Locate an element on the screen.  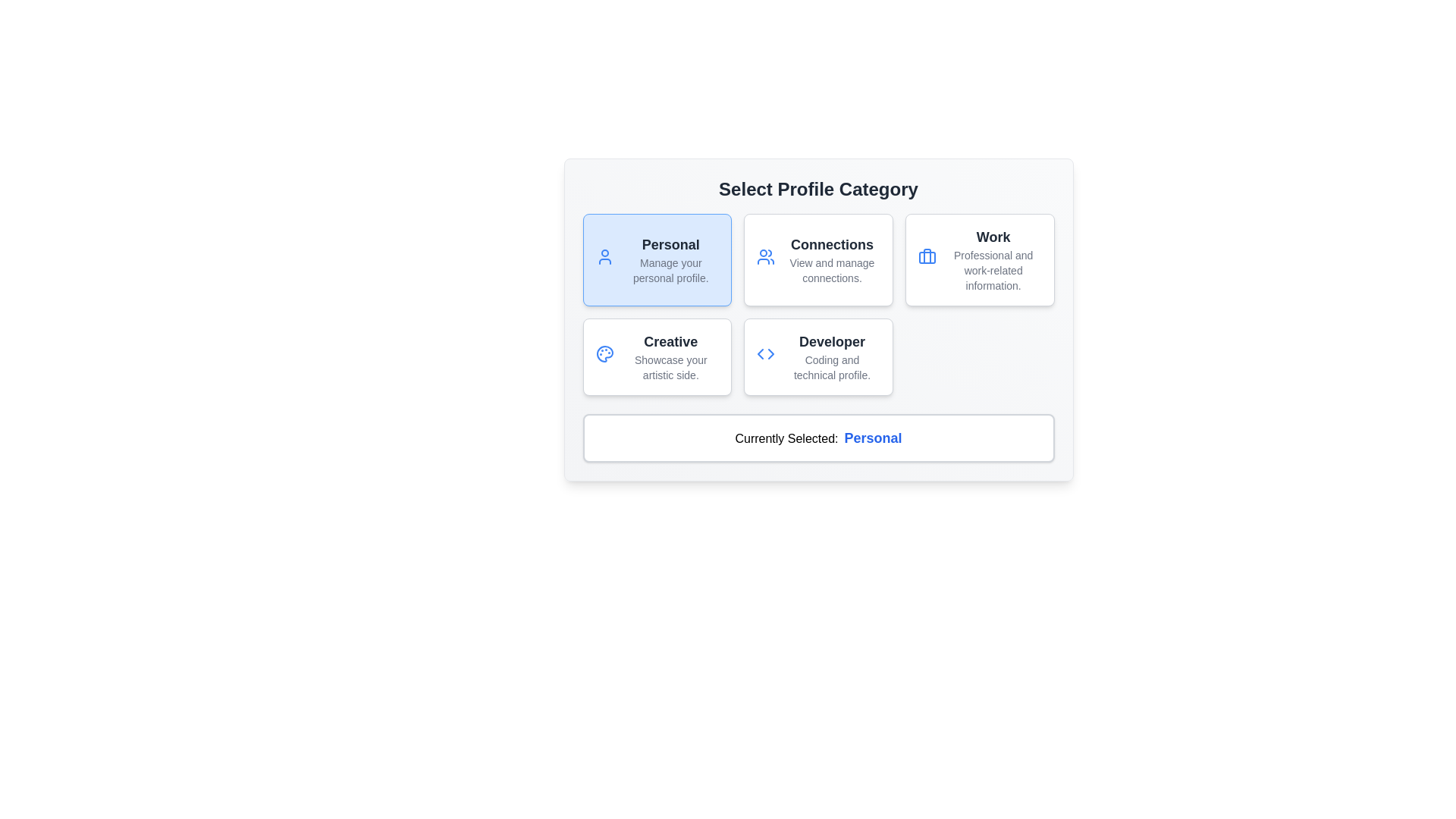
the blue vector icon depicting two stylized user silhouettes, which is the leftmost icon in the top row of the 'Connections' grid layout is located at coordinates (766, 259).